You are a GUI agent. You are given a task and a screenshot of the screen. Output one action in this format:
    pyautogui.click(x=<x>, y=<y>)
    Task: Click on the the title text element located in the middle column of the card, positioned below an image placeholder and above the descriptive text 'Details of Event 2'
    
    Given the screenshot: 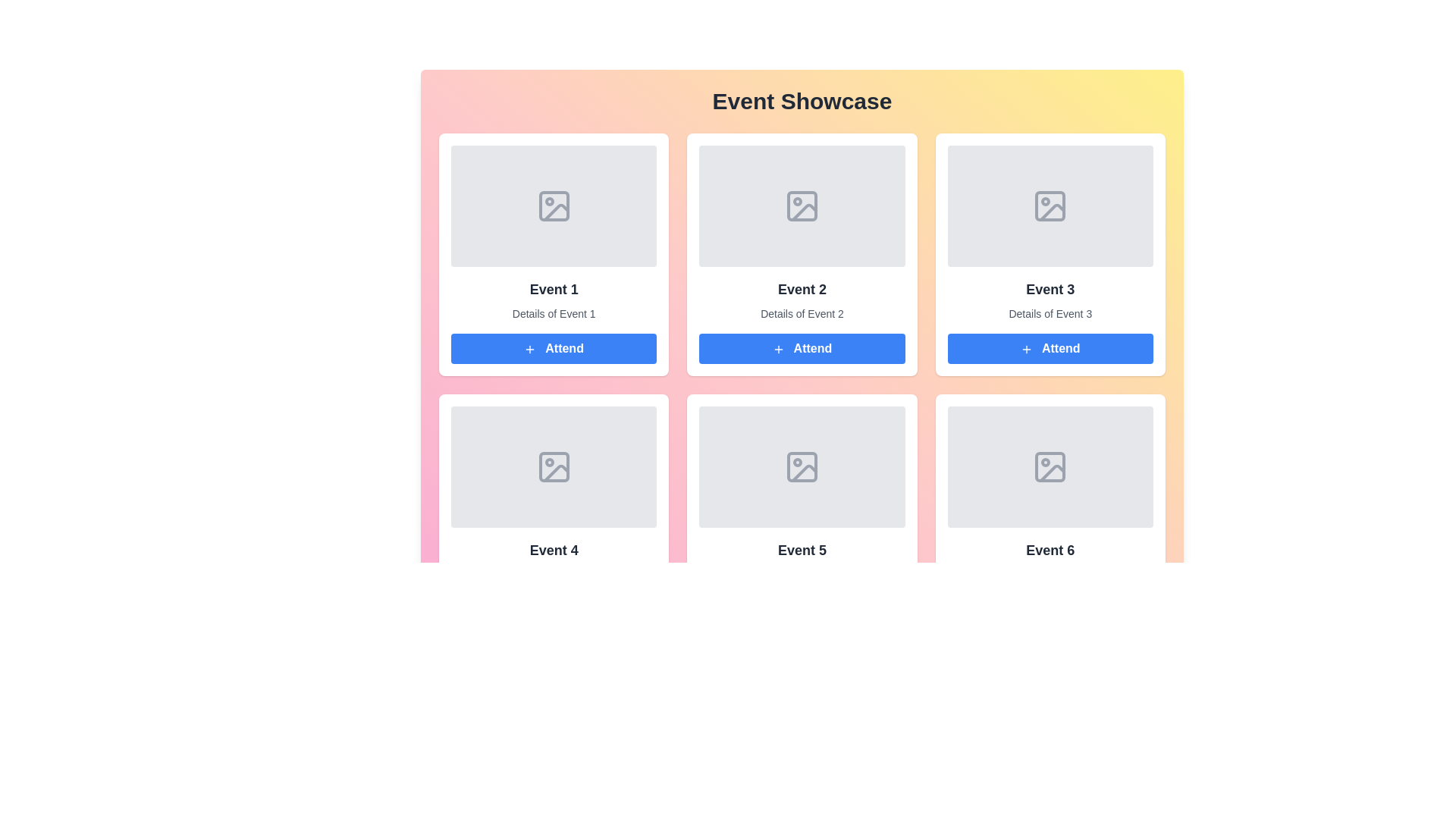 What is the action you would take?
    pyautogui.click(x=801, y=289)
    